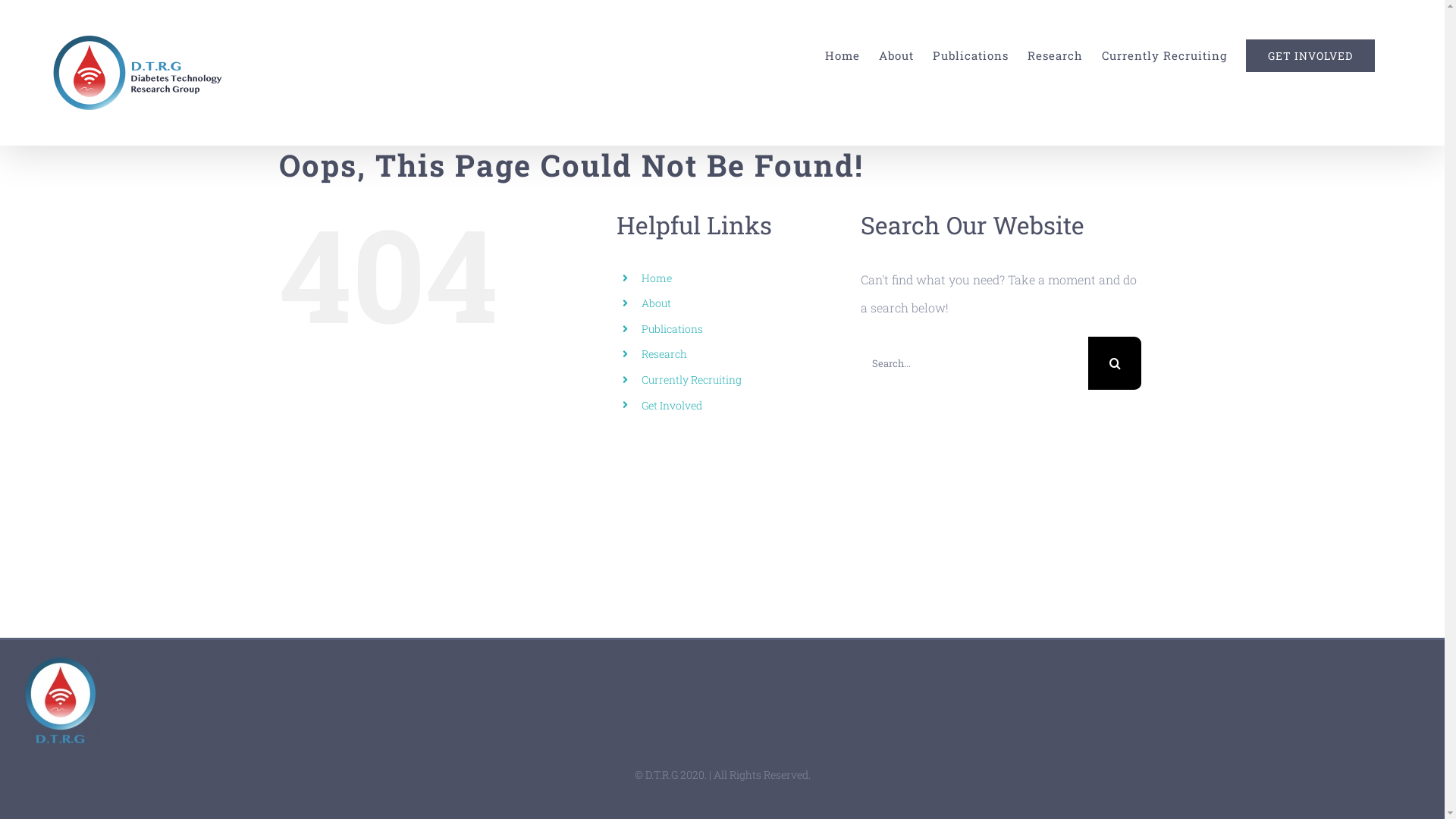  What do you see at coordinates (1310, 55) in the screenshot?
I see `'GET INVOLVED'` at bounding box center [1310, 55].